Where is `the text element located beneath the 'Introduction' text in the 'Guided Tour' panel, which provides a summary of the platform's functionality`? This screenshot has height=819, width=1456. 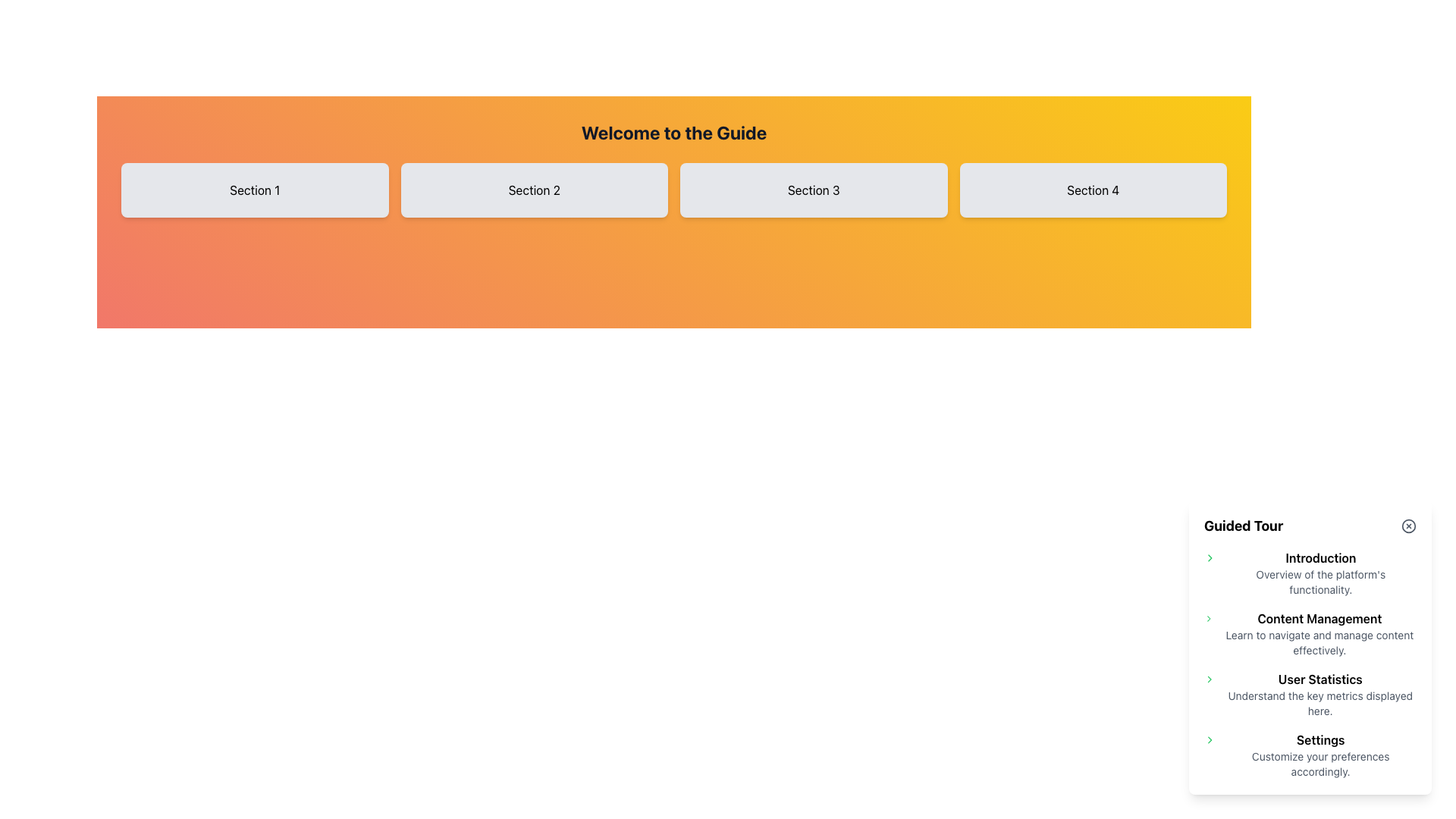
the text element located beneath the 'Introduction' text in the 'Guided Tour' panel, which provides a summary of the platform's functionality is located at coordinates (1319, 581).